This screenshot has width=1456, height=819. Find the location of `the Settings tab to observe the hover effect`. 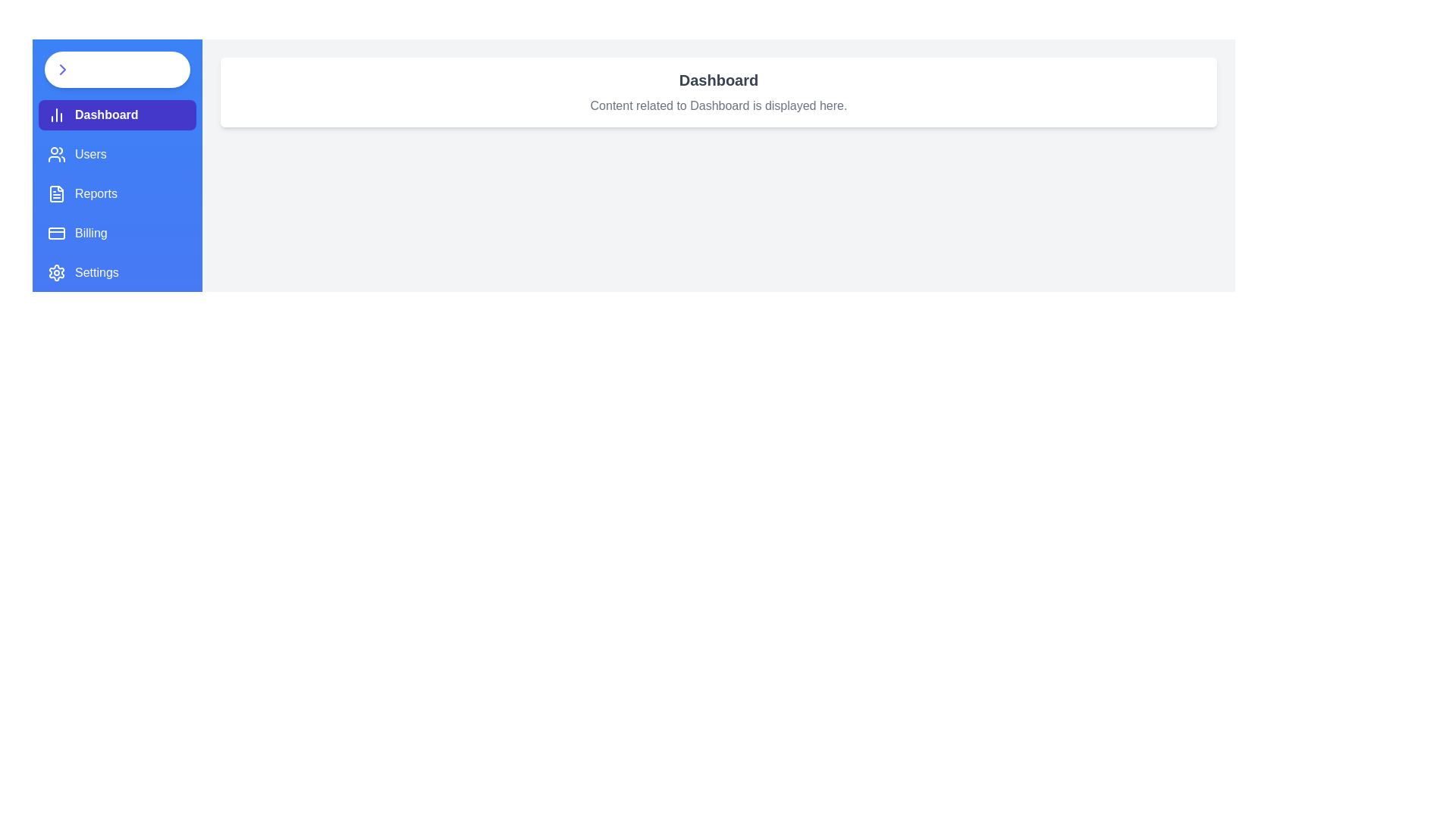

the Settings tab to observe the hover effect is located at coordinates (116, 271).